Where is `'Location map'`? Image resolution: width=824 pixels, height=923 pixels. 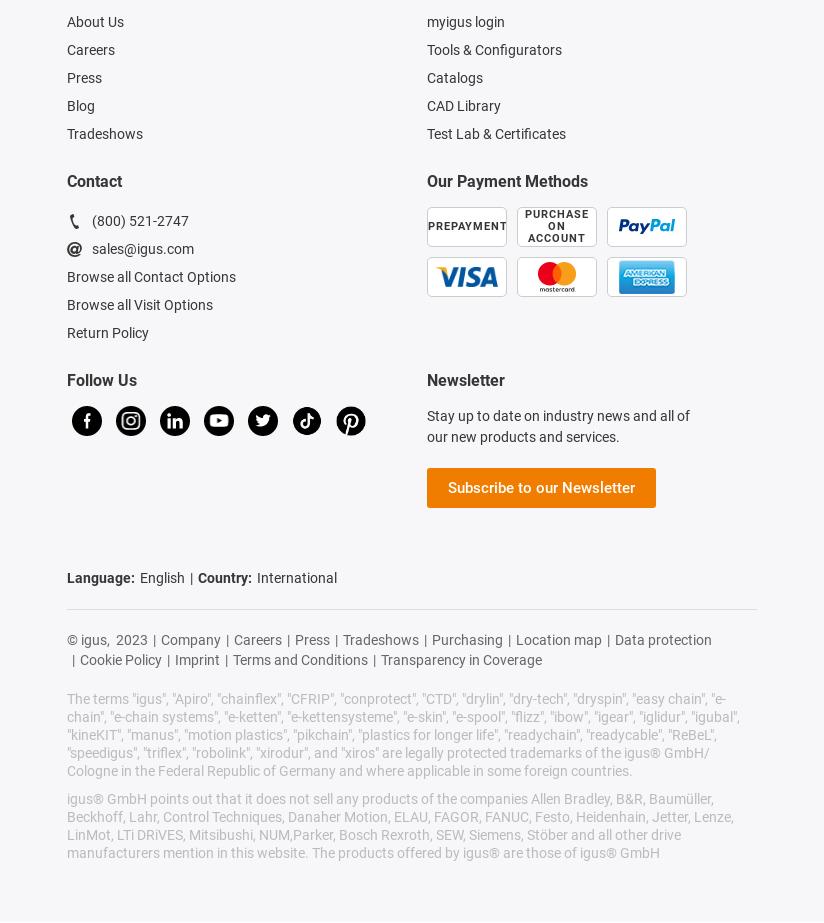
'Location map' is located at coordinates (514, 639).